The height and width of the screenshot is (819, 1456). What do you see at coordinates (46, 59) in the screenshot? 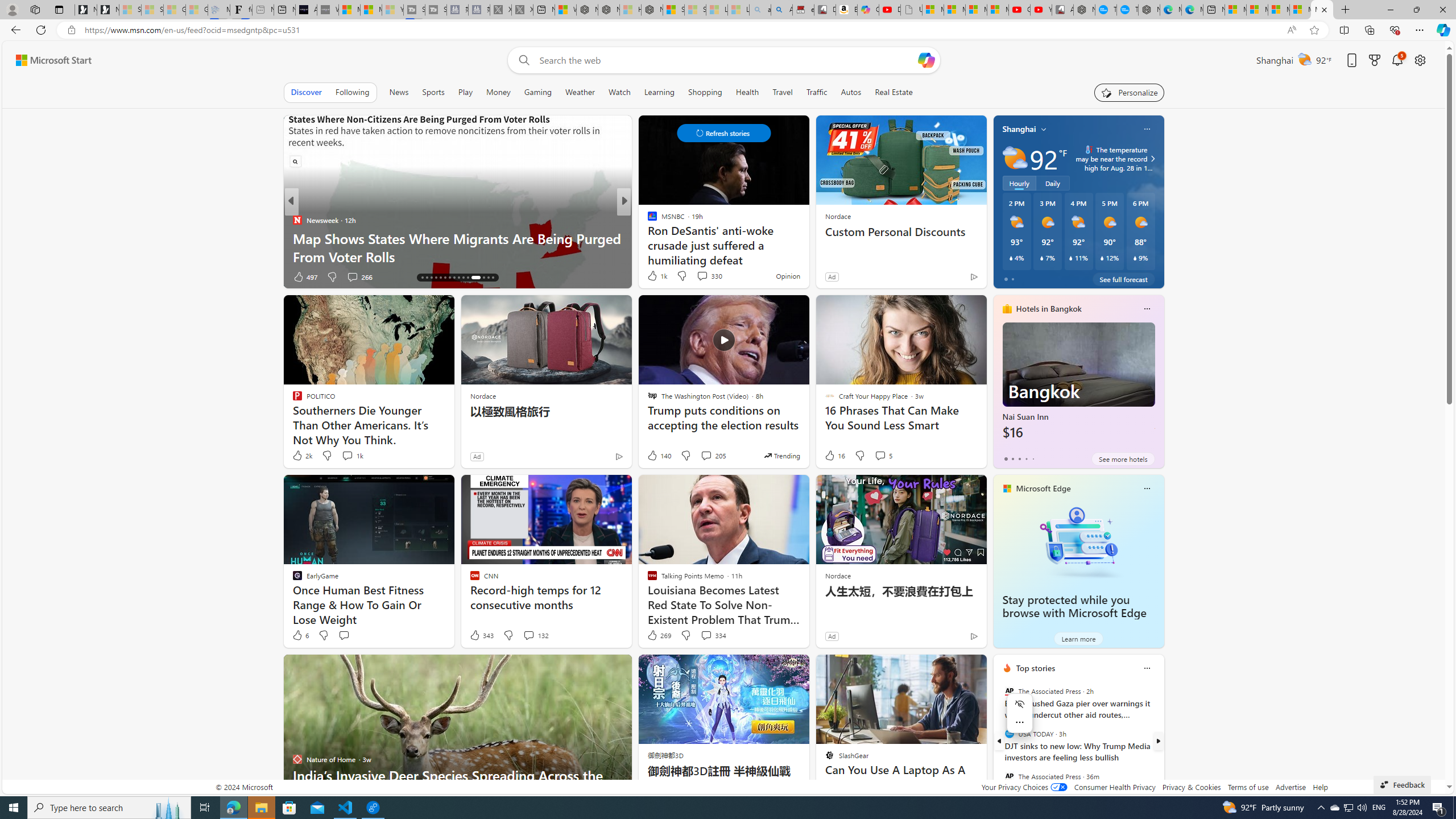
I see `'Skip to footer'` at bounding box center [46, 59].